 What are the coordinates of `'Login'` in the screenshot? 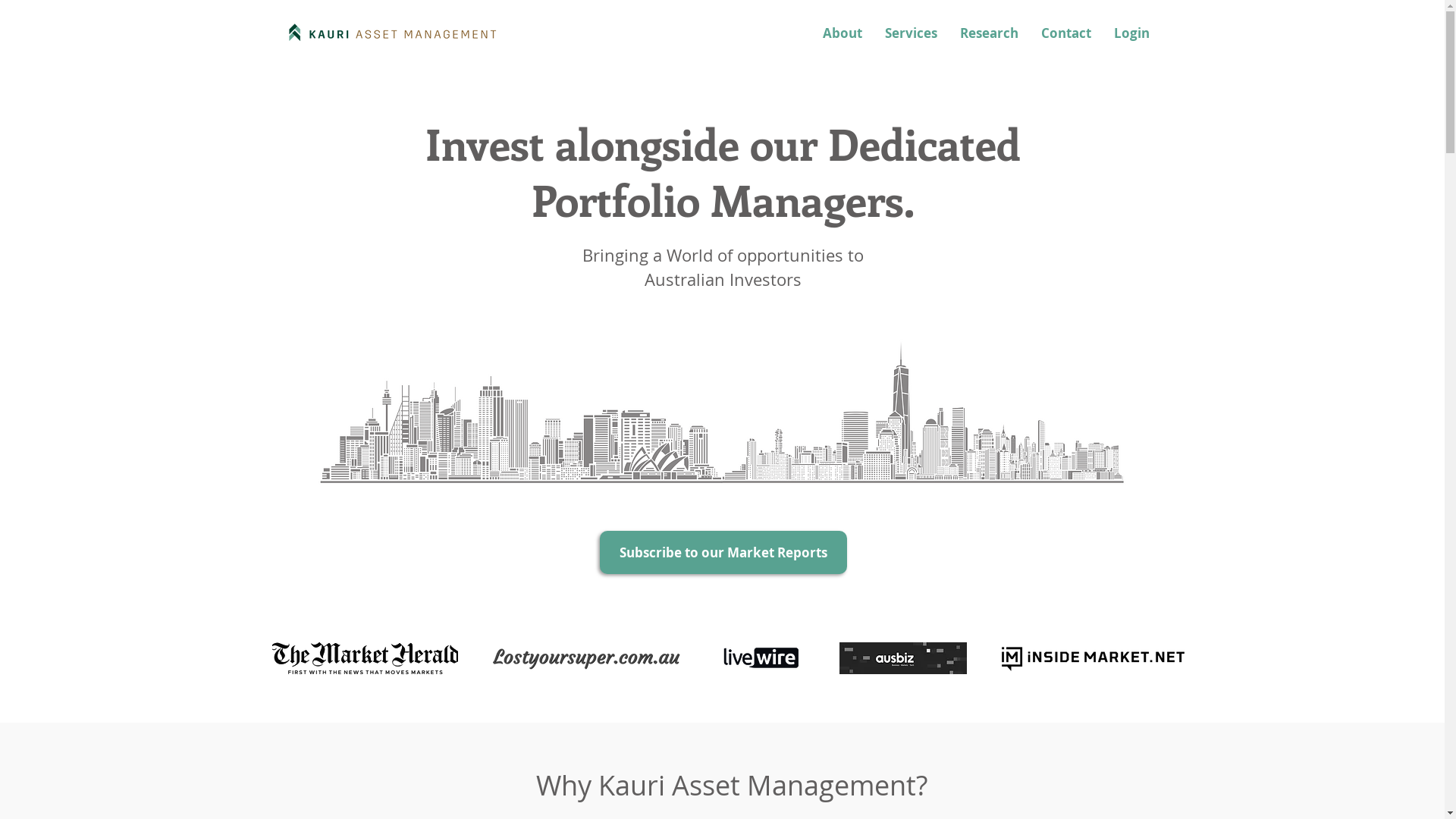 It's located at (1103, 33).